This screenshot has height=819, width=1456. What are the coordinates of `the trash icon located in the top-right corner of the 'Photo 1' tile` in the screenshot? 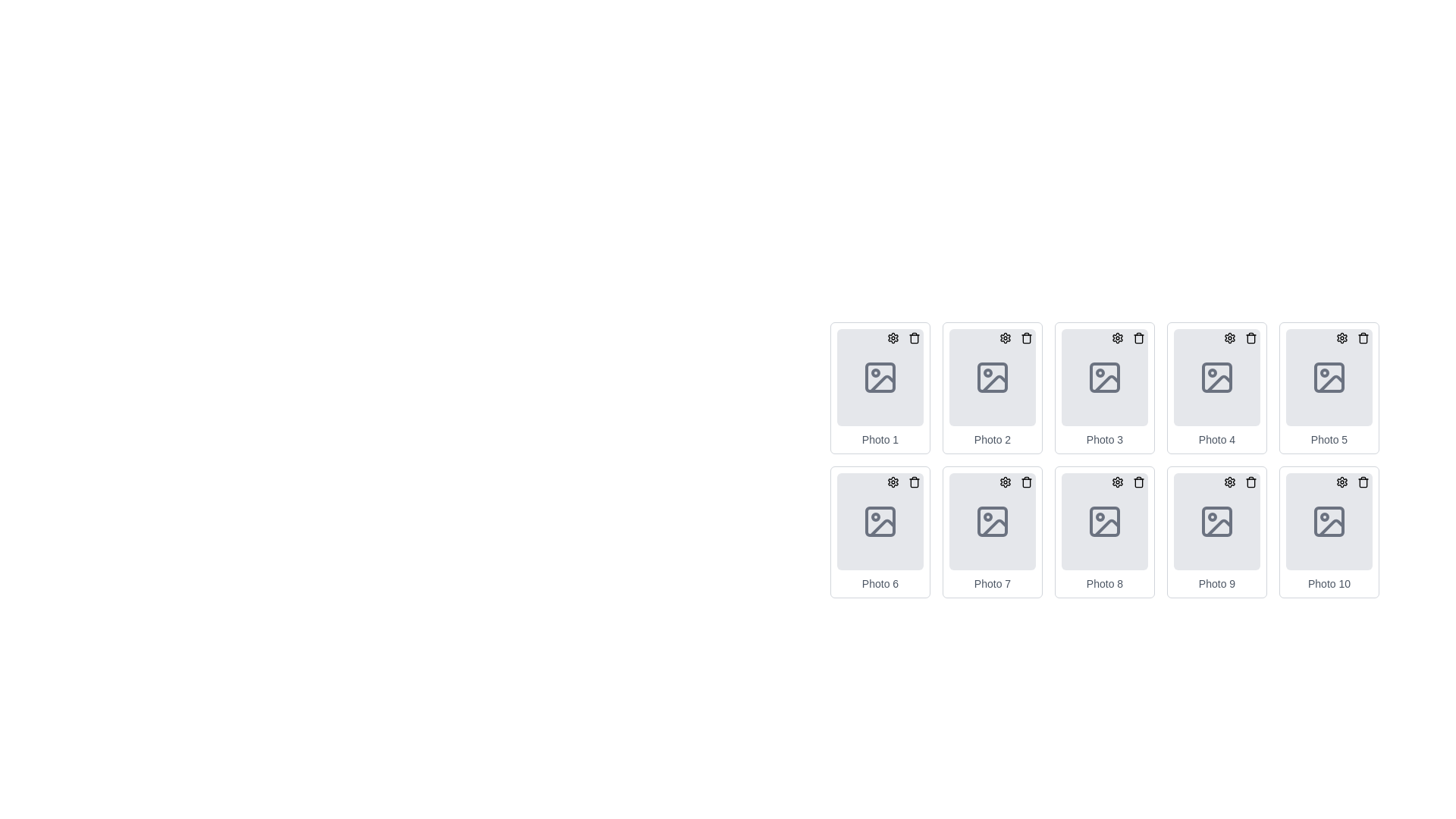 It's located at (913, 337).